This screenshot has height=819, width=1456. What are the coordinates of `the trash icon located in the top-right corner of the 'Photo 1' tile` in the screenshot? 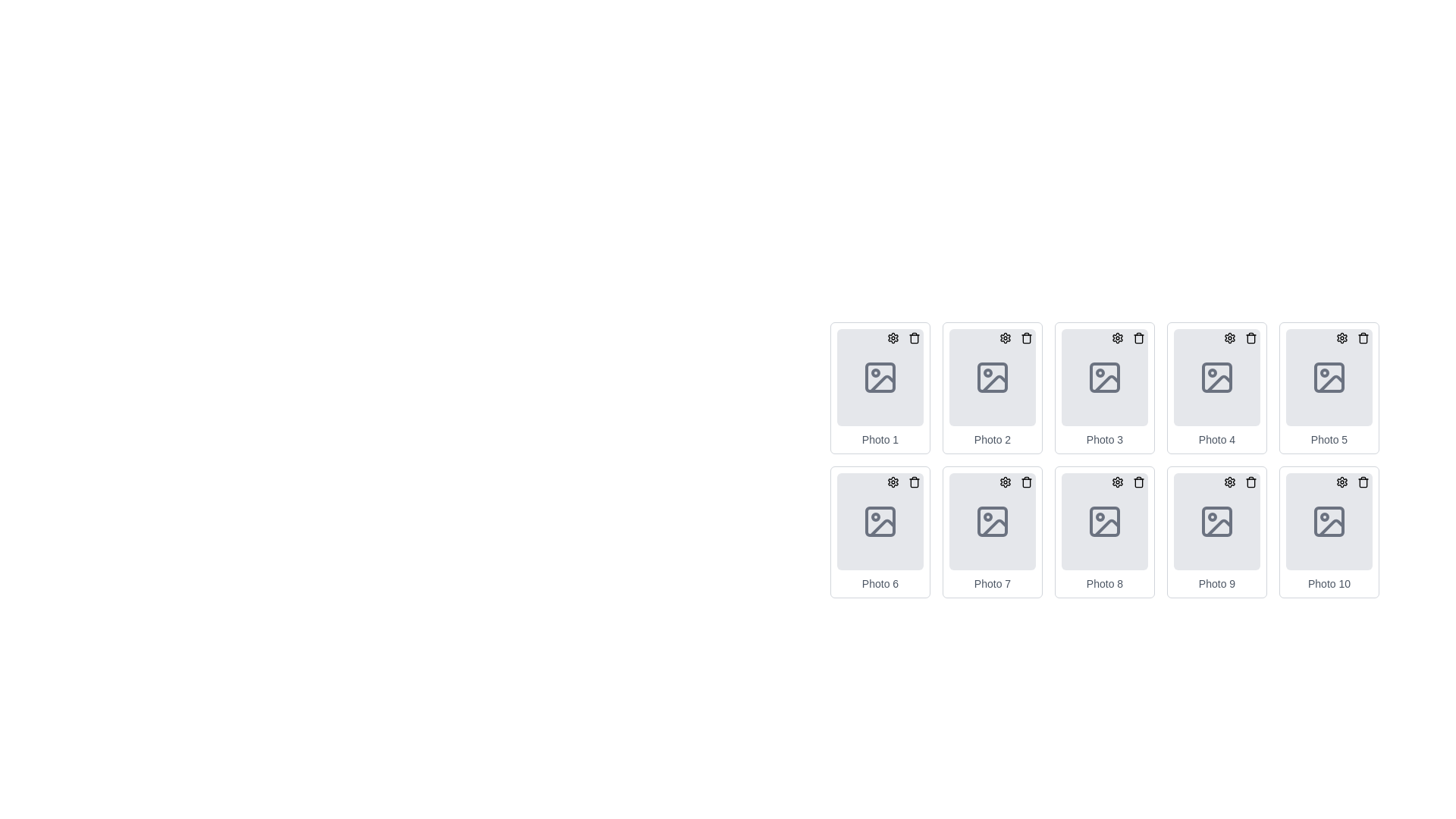 It's located at (913, 337).